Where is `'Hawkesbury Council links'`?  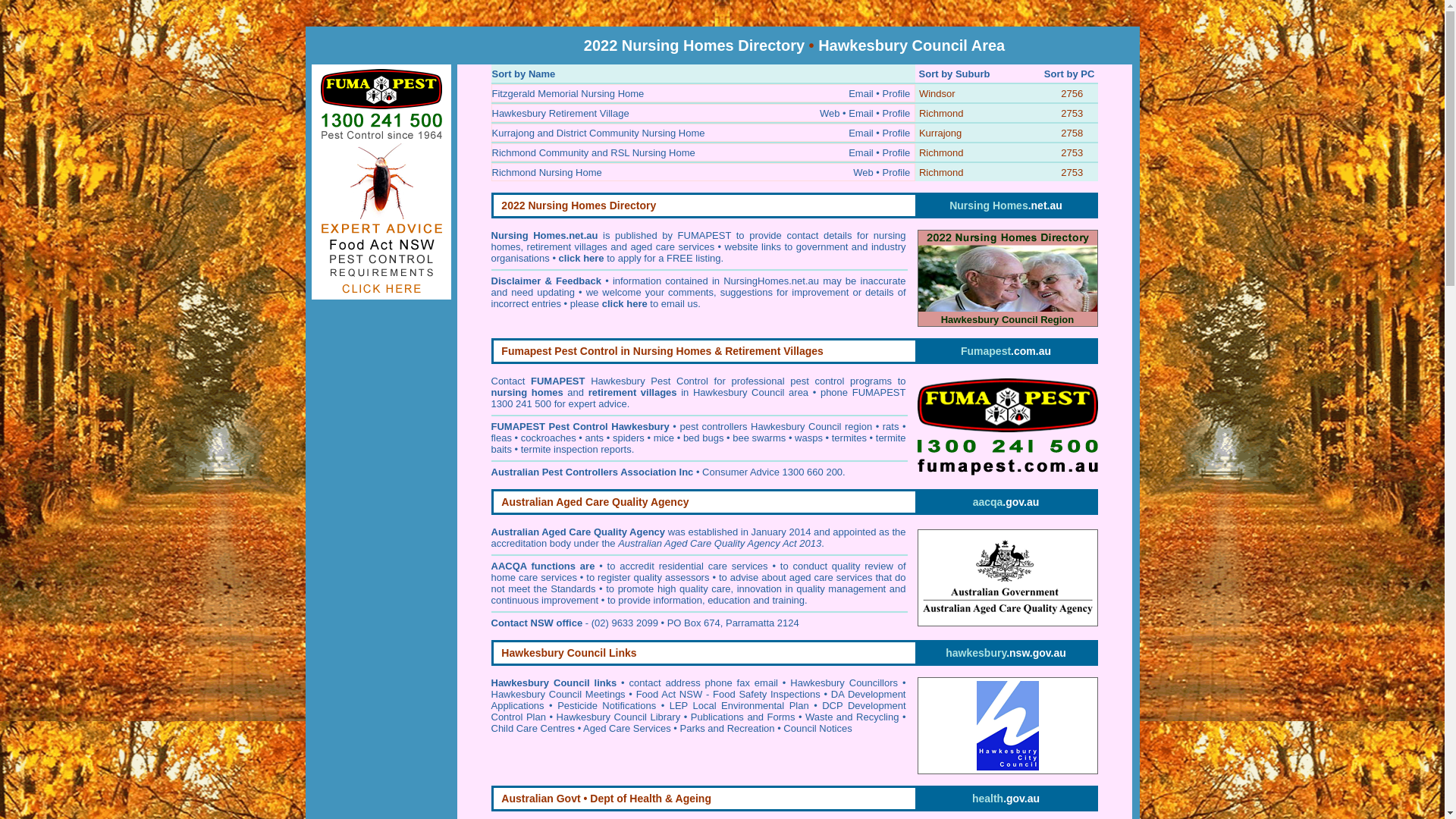
'Hawkesbury Council links' is located at coordinates (553, 682).